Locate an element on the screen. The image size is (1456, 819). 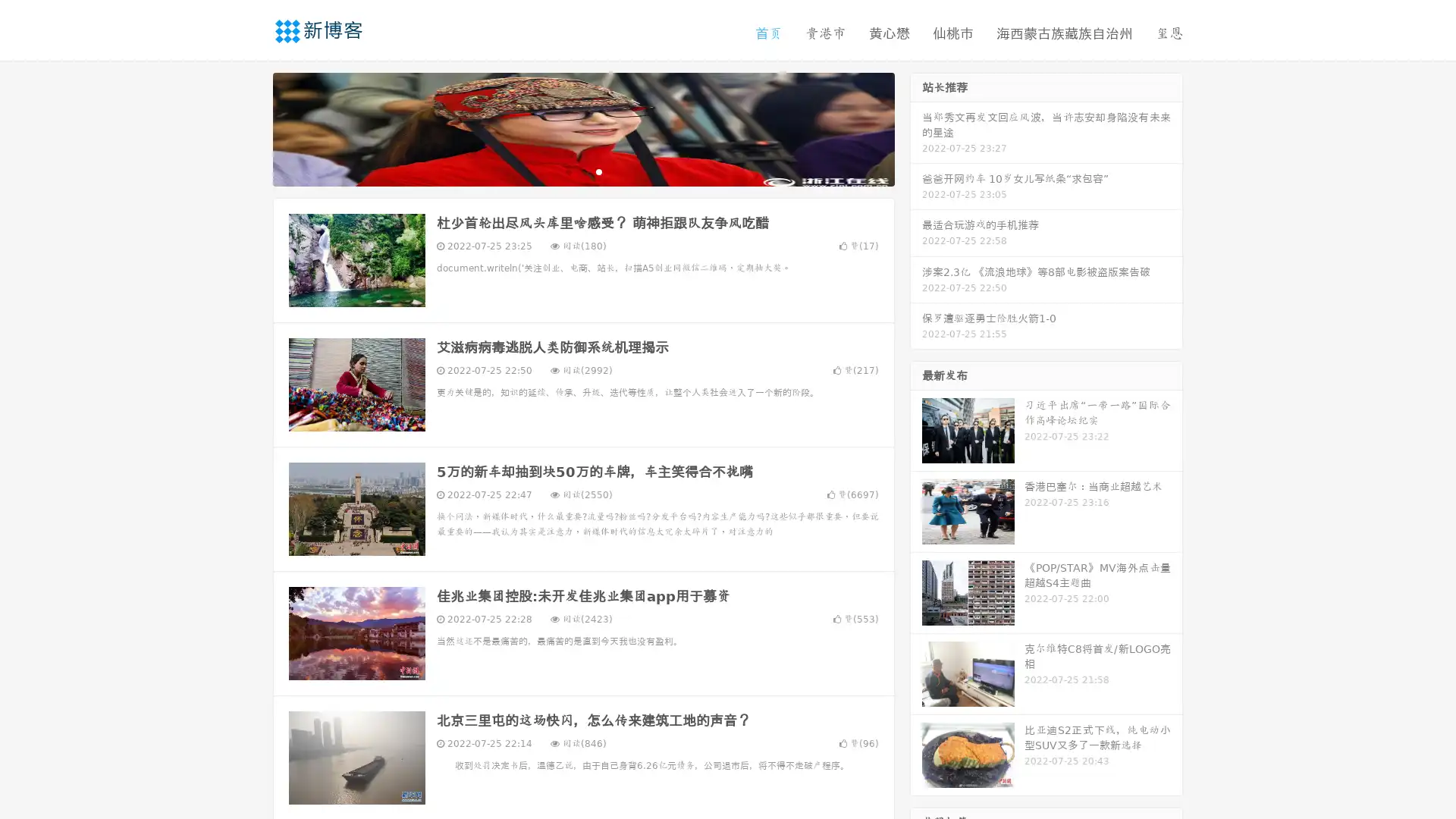
Go to slide 2 is located at coordinates (582, 171).